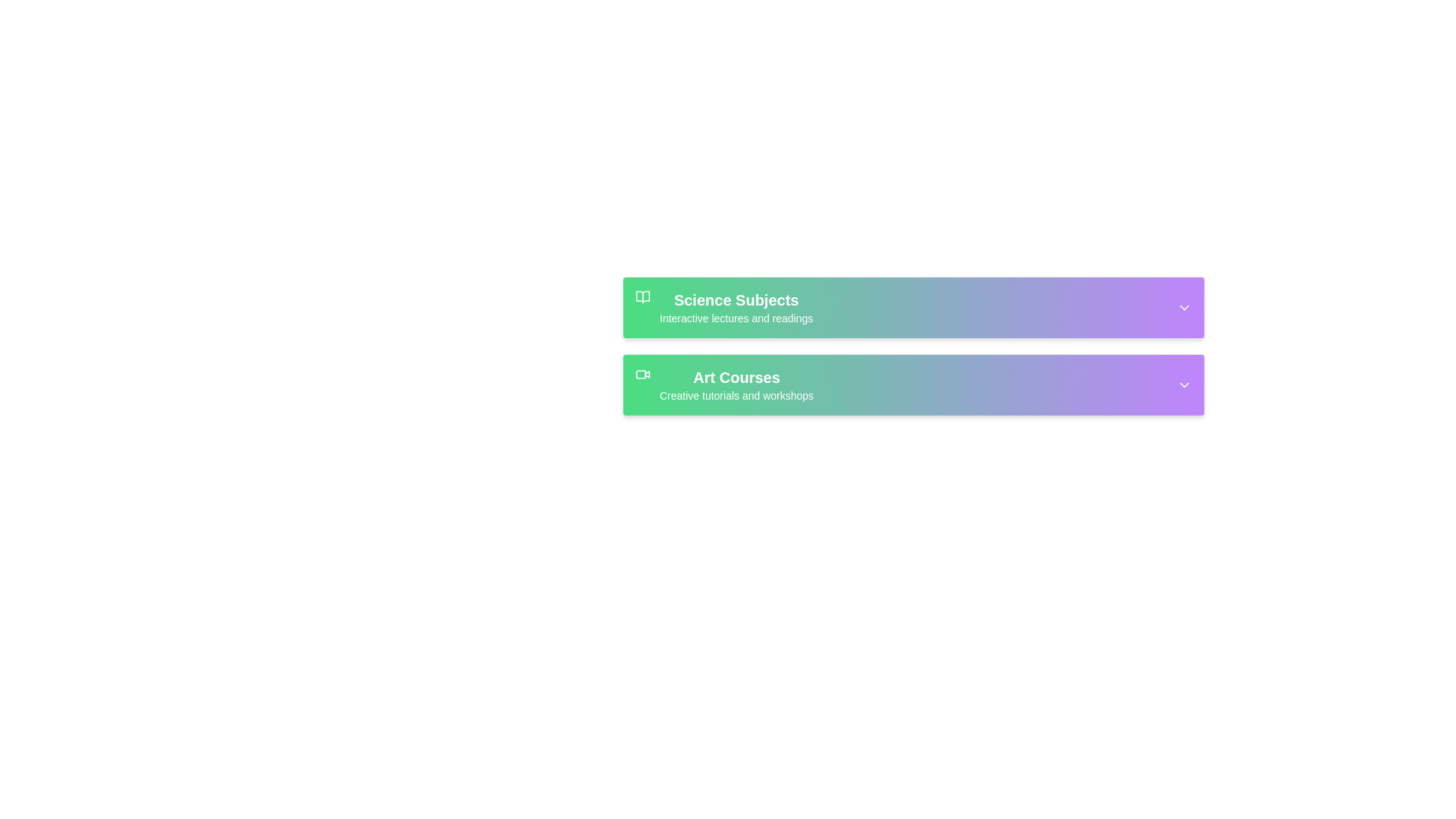 The image size is (1456, 819). Describe the element at coordinates (736, 376) in the screenshot. I see `the text element displaying 'Art Courses'` at that location.